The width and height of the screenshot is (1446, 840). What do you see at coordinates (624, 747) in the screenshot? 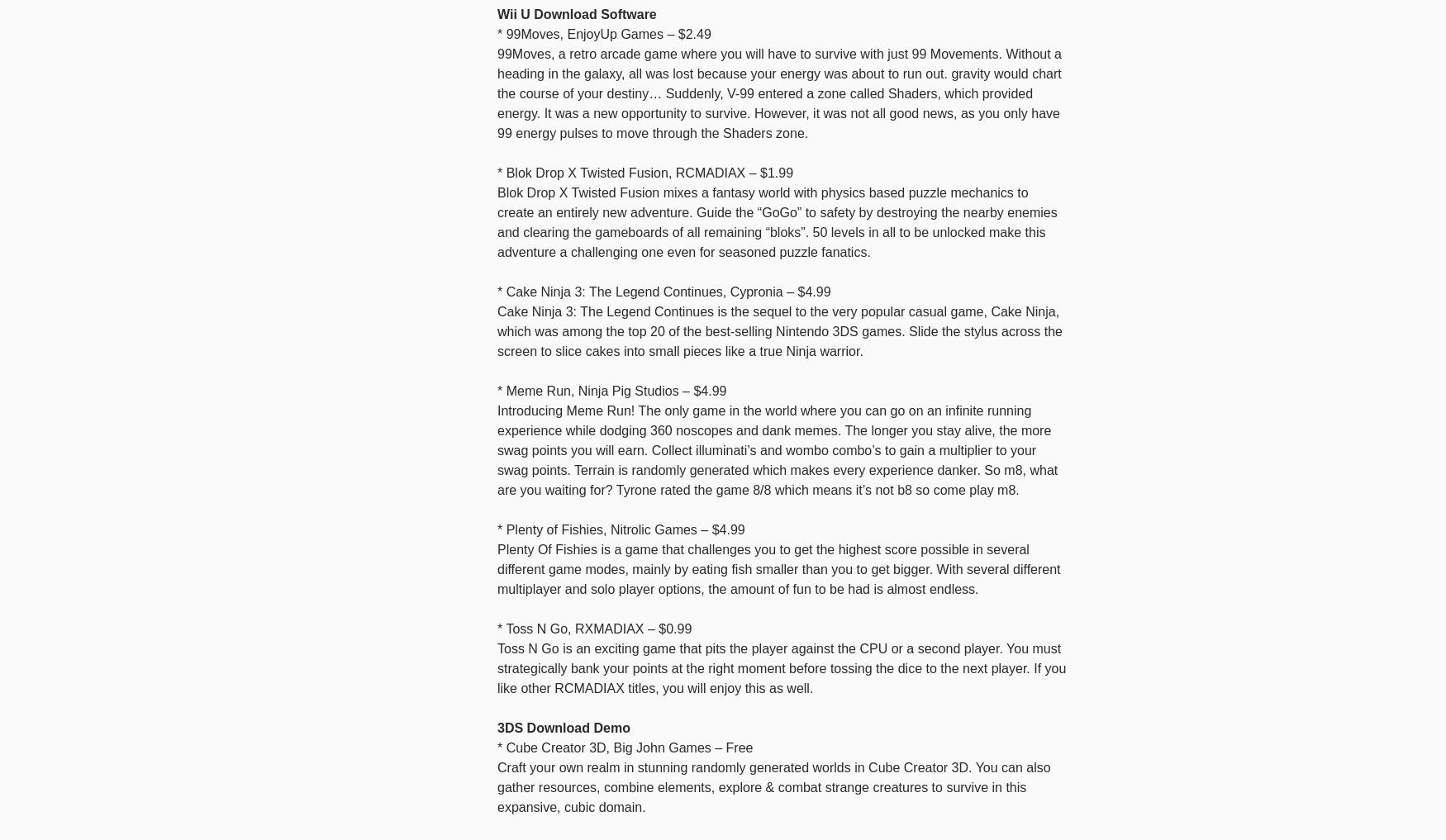
I see `'* Cube Creator 3D, Big John Games – Free'` at bounding box center [624, 747].